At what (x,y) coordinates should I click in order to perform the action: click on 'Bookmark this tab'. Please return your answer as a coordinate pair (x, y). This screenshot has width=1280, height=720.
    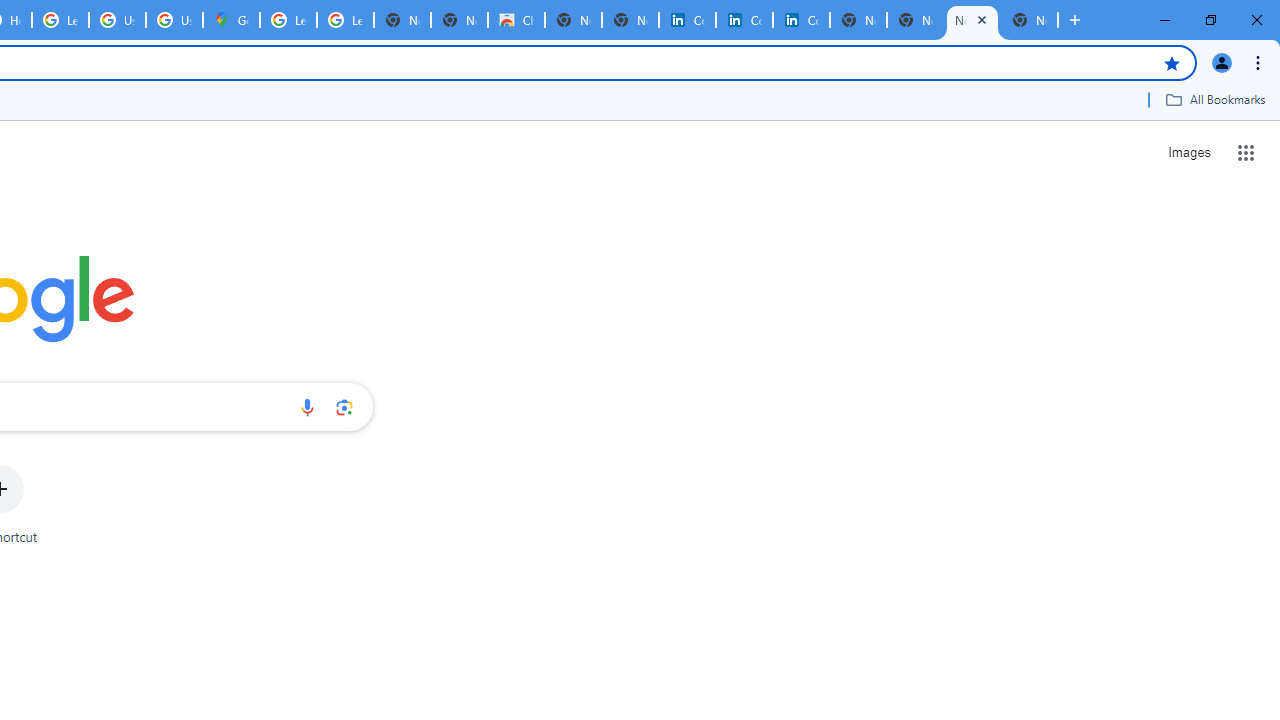
    Looking at the image, I should click on (1171, 61).